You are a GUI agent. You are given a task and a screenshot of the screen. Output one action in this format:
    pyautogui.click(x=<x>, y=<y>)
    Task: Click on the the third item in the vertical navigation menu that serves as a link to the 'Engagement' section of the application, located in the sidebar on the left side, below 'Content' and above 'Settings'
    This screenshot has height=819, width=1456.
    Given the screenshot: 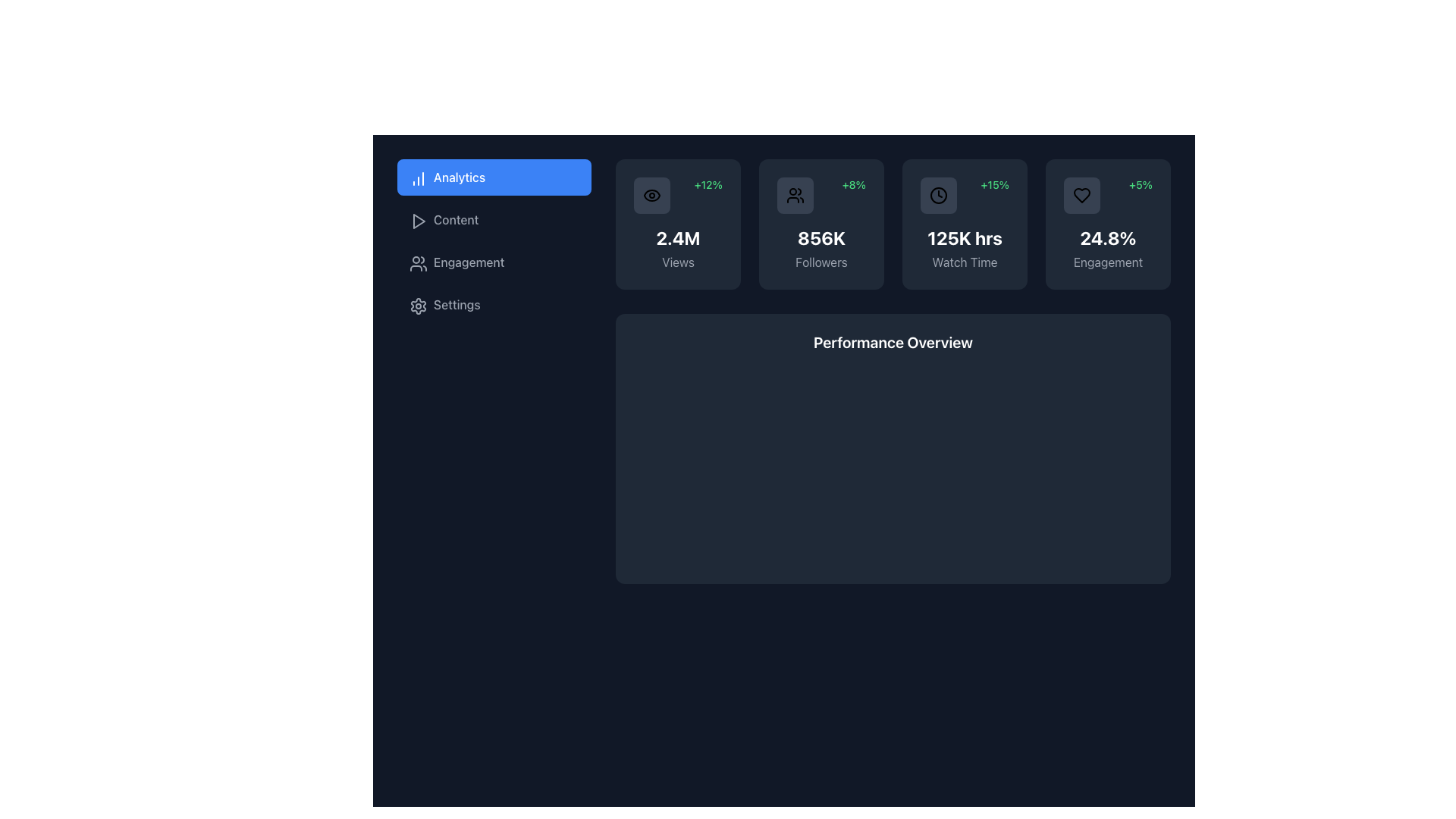 What is the action you would take?
    pyautogui.click(x=494, y=262)
    